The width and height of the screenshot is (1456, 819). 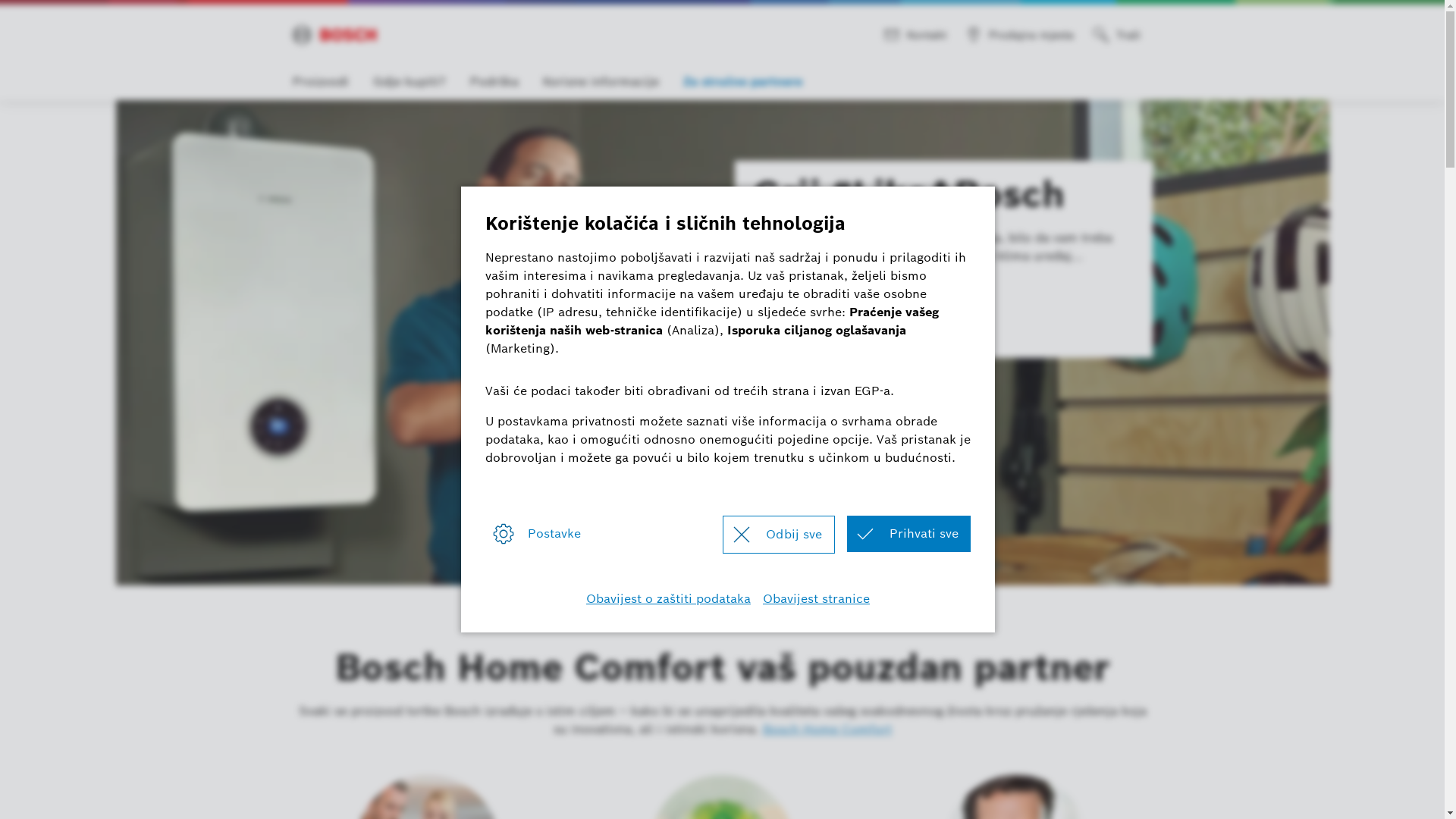 What do you see at coordinates (826, 728) in the screenshot?
I see `'Bosch Home Comfort'` at bounding box center [826, 728].